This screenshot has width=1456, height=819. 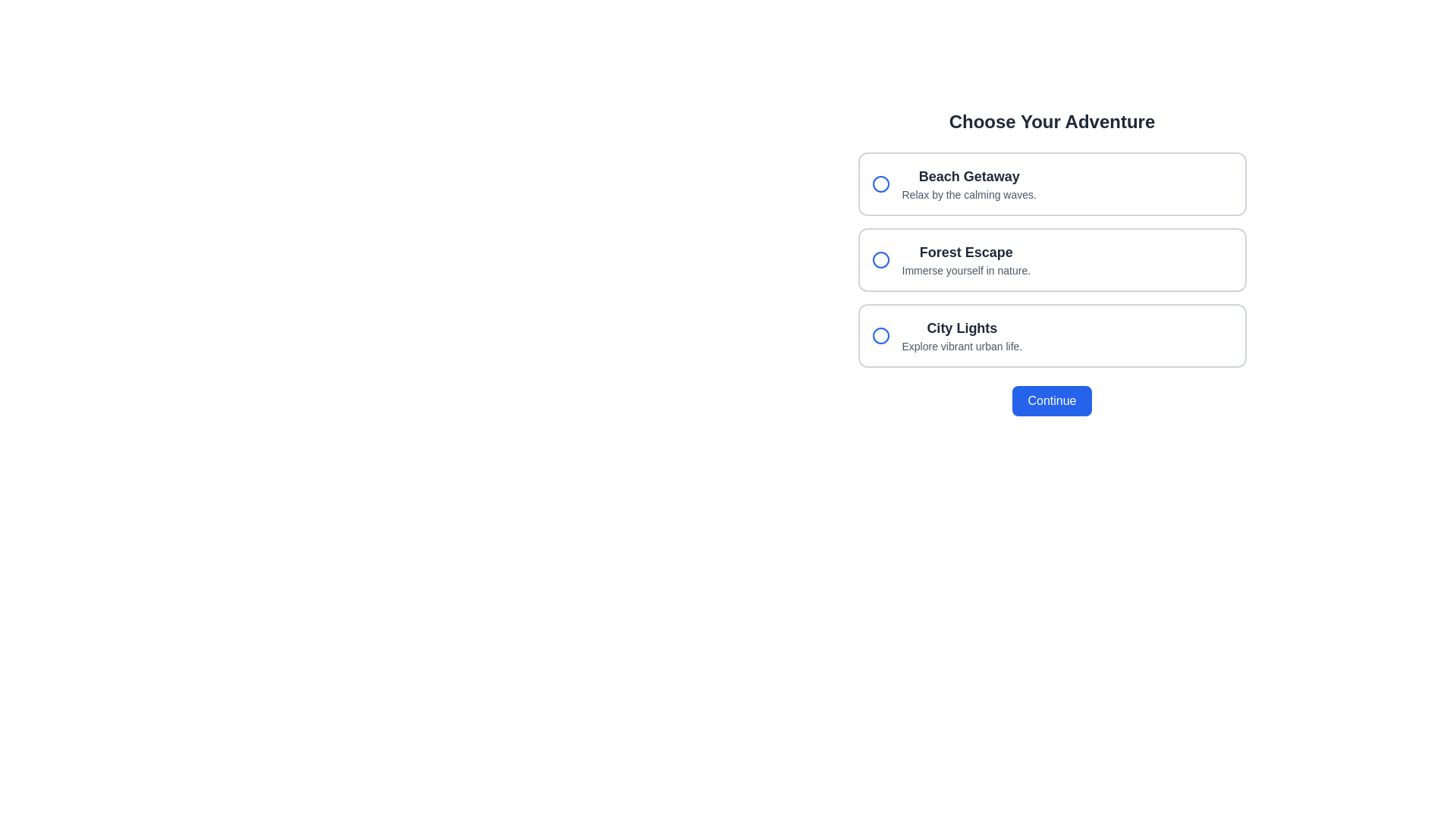 I want to click on the text label that says 'Immerse yourself in nature.' which is styled in gray and located below the primary header 'Forest Escape' in the second option card of the 'Choose Your Adventure' selection interface, so click(x=965, y=270).